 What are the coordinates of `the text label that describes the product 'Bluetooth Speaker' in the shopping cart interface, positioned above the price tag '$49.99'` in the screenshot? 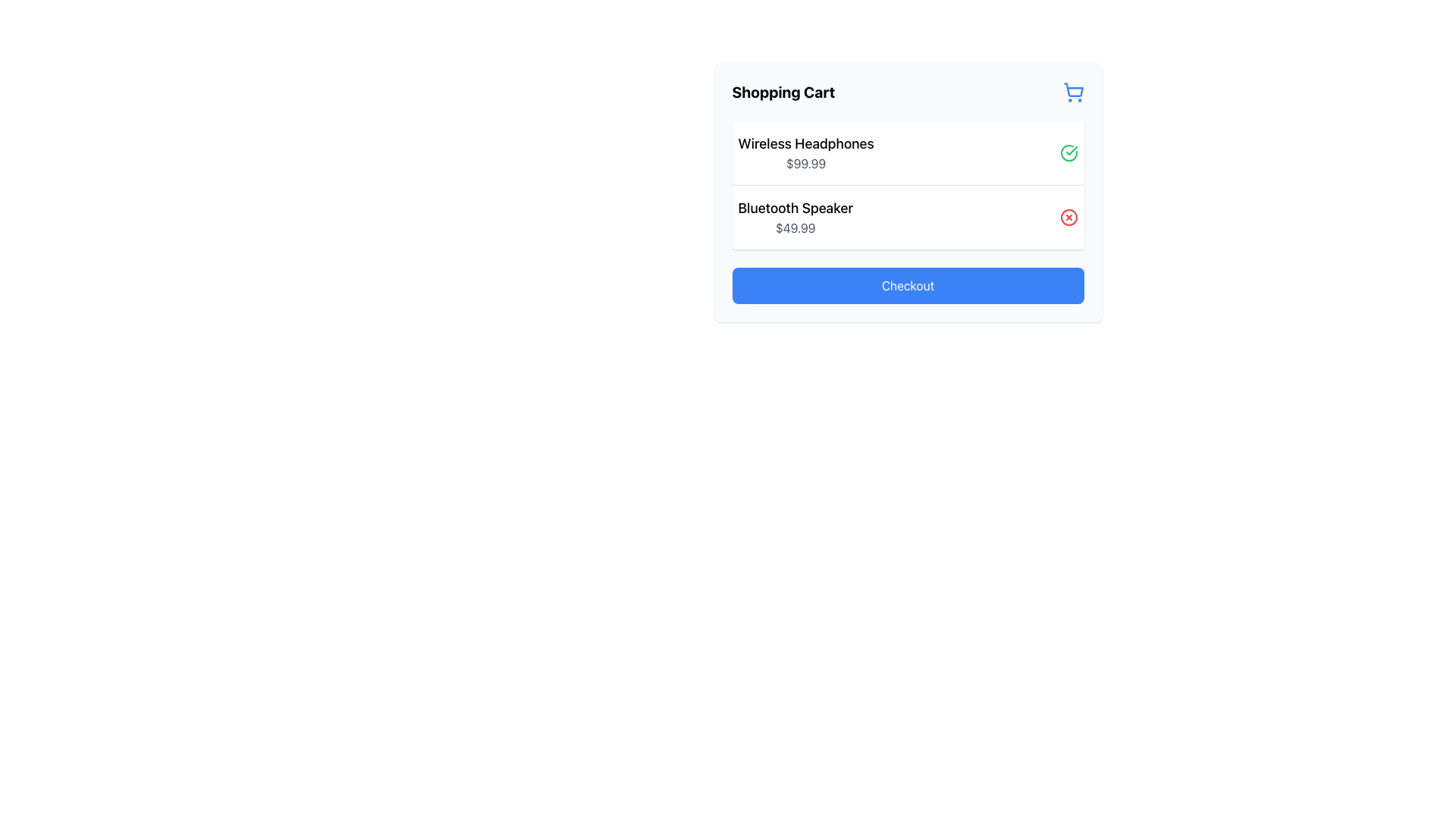 It's located at (795, 208).